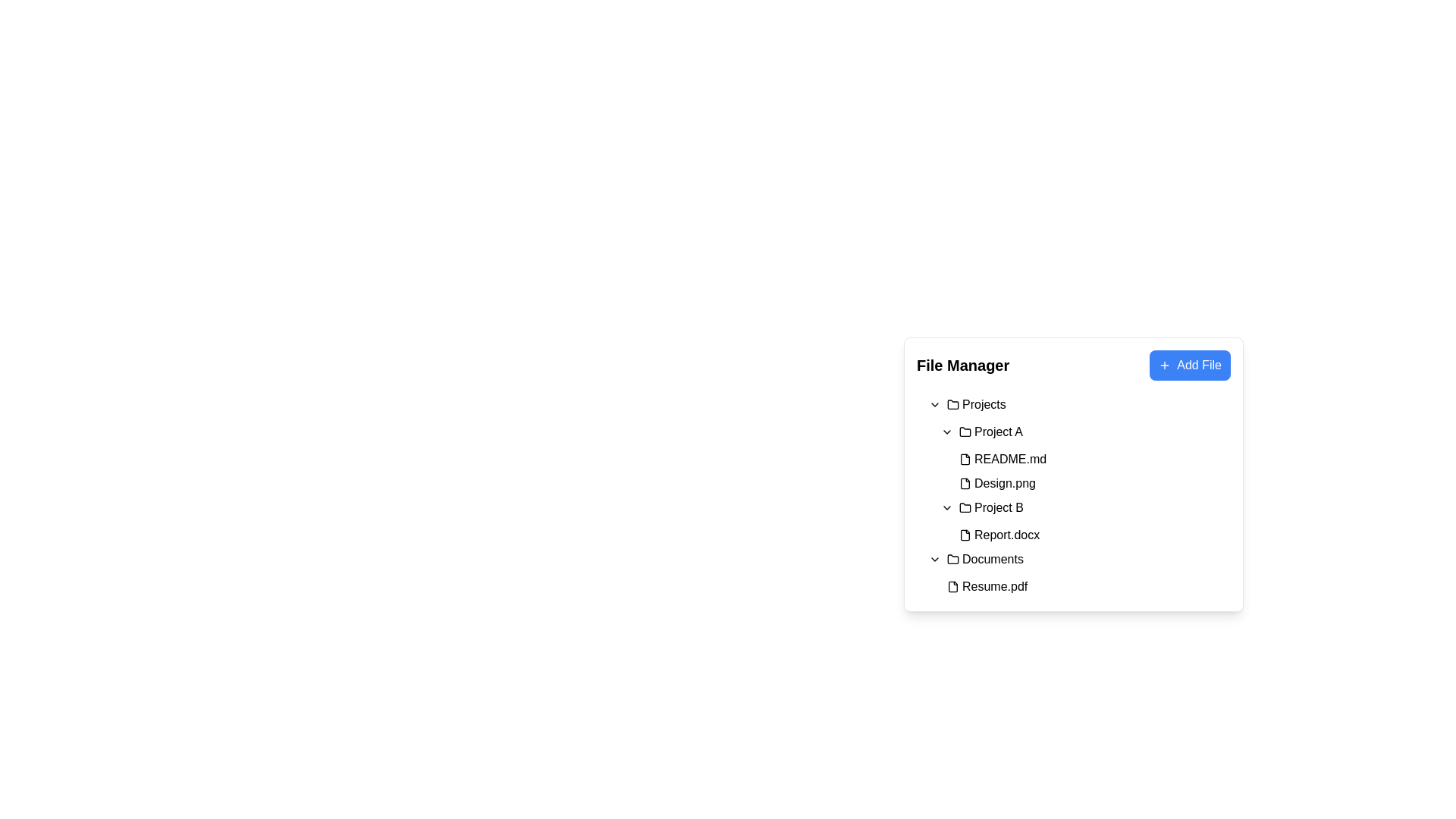 The height and width of the screenshot is (819, 1456). Describe the element at coordinates (964, 508) in the screenshot. I see `the small folder icon that is positioned to the left of the text label 'Project B' in the 'File Manager' component, located in the upper right quadrant of the interface` at that location.